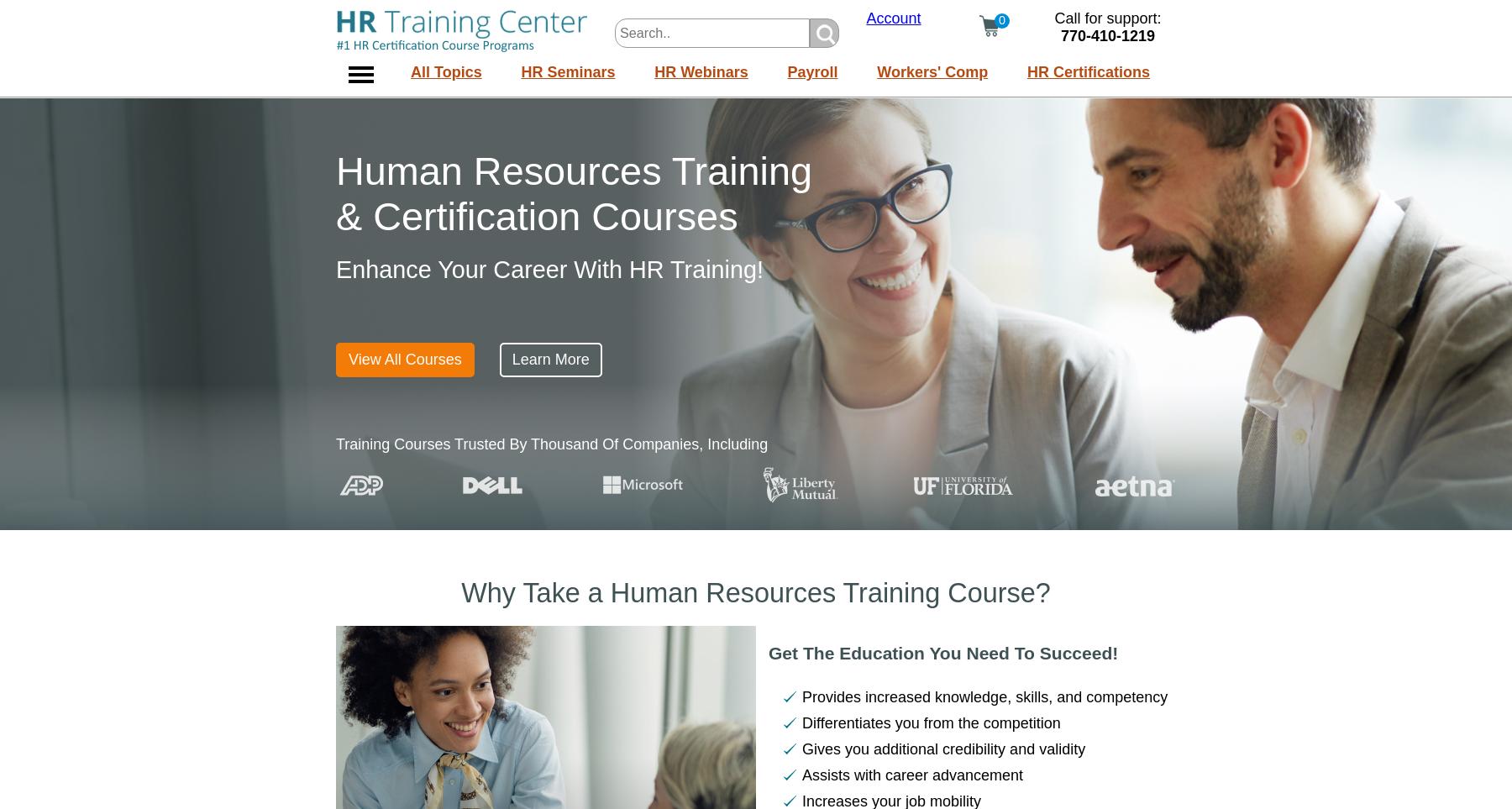 The height and width of the screenshot is (809, 1512). What do you see at coordinates (404, 359) in the screenshot?
I see `'View All Courses'` at bounding box center [404, 359].